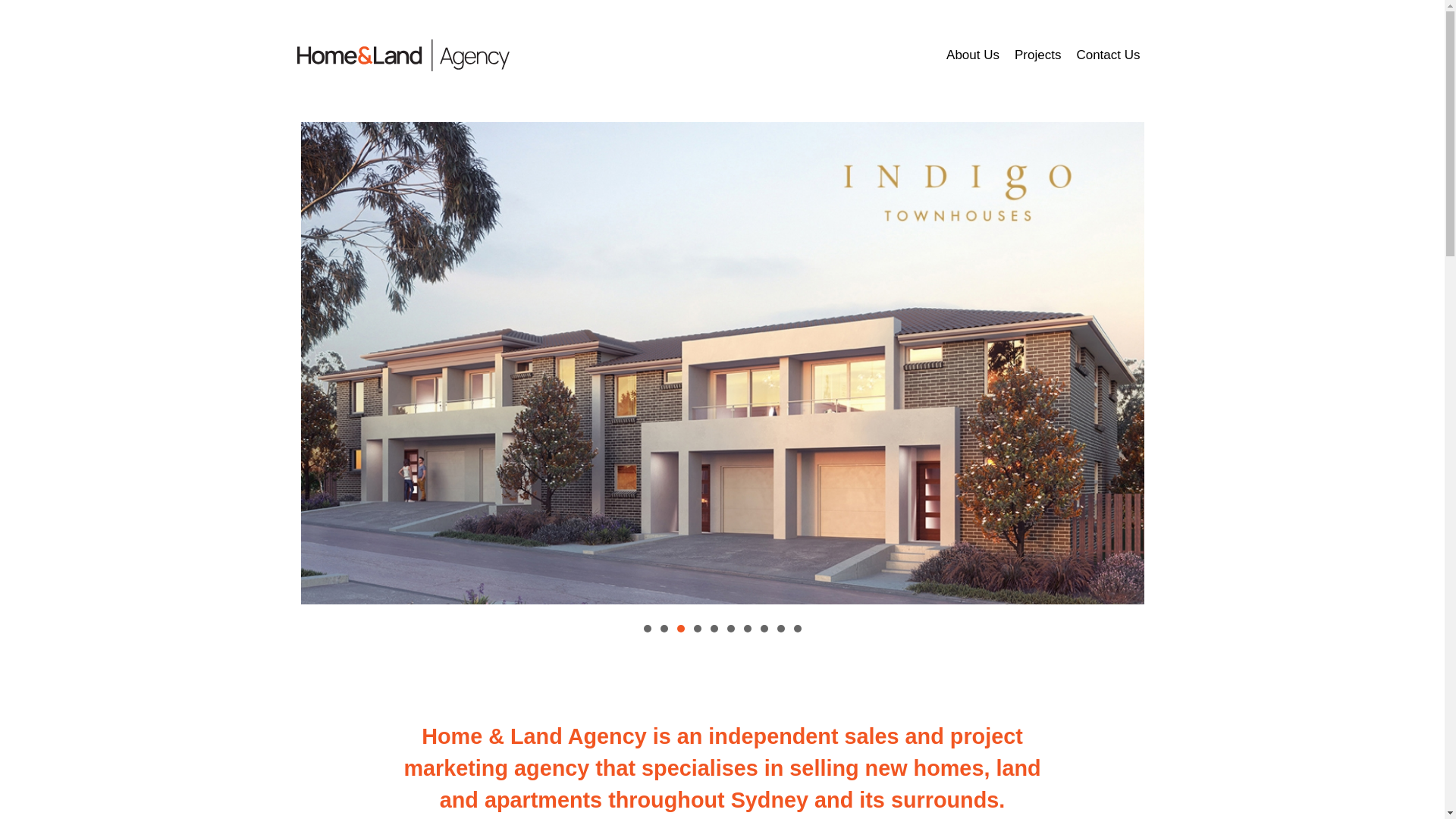 This screenshot has height=819, width=1456. I want to click on 'About Us', so click(938, 55).